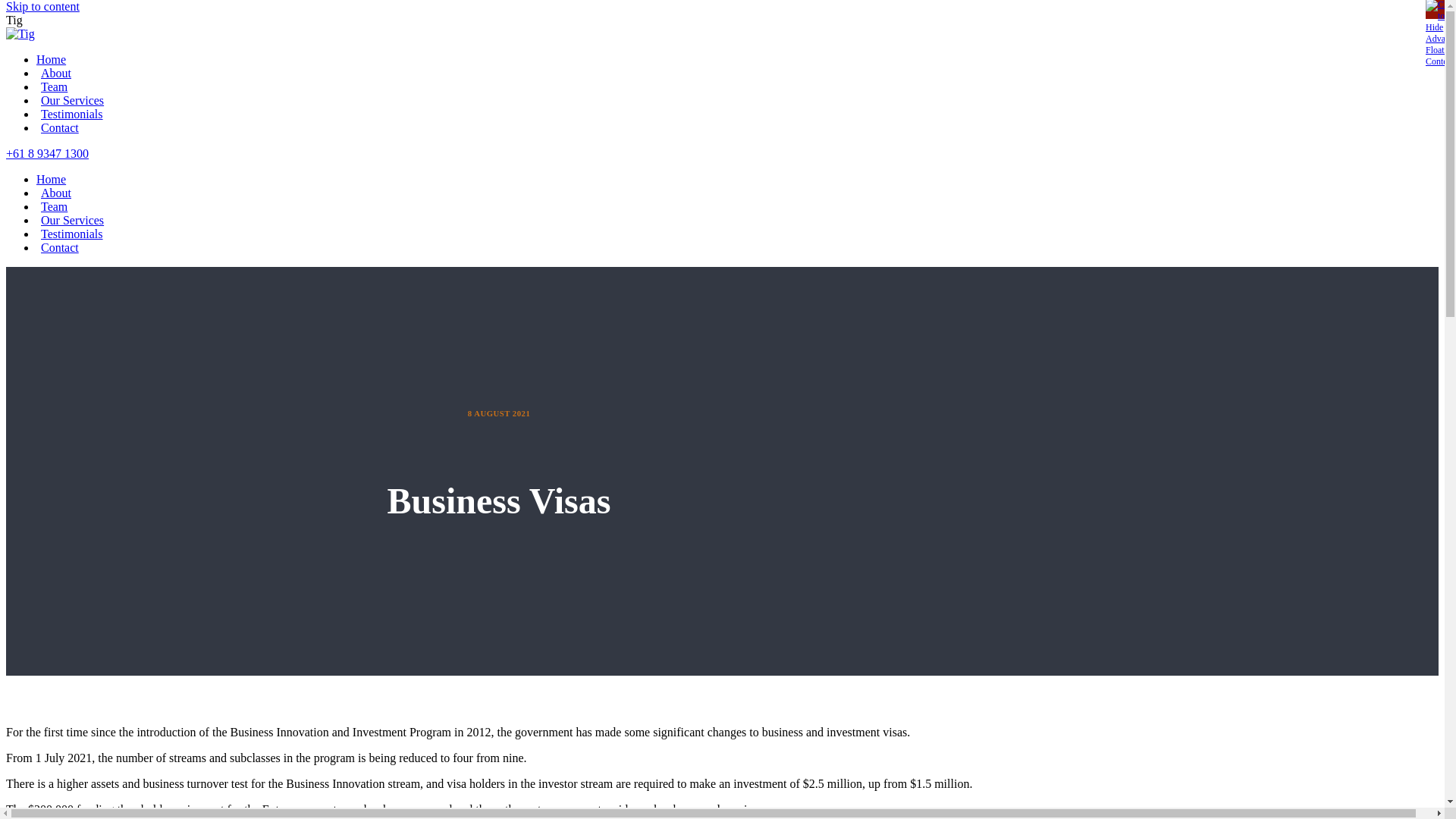 The height and width of the screenshot is (819, 1456). I want to click on 'About', so click(36, 73).